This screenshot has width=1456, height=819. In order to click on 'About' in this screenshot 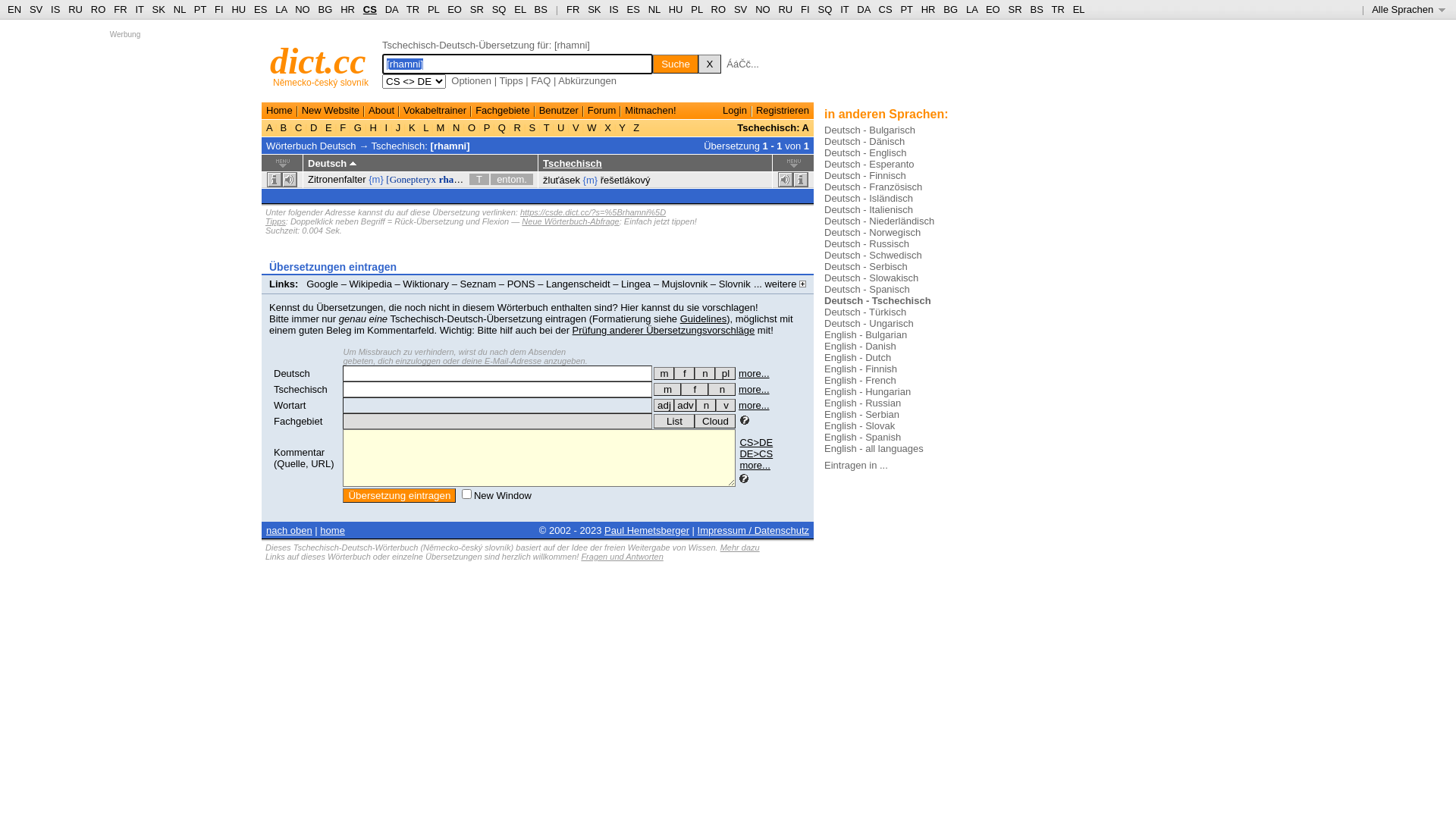, I will do `click(381, 109)`.